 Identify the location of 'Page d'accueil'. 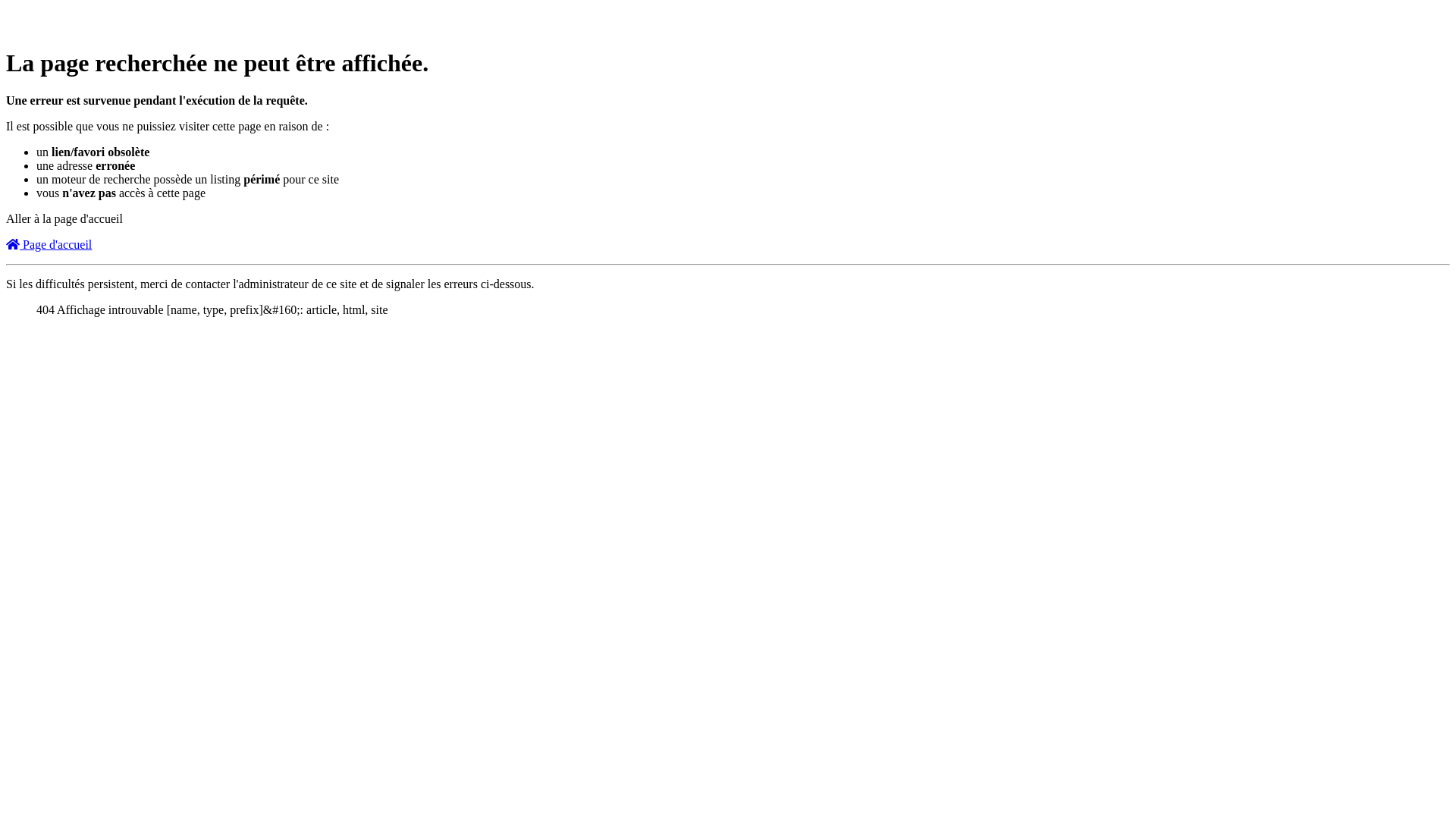
(6, 243).